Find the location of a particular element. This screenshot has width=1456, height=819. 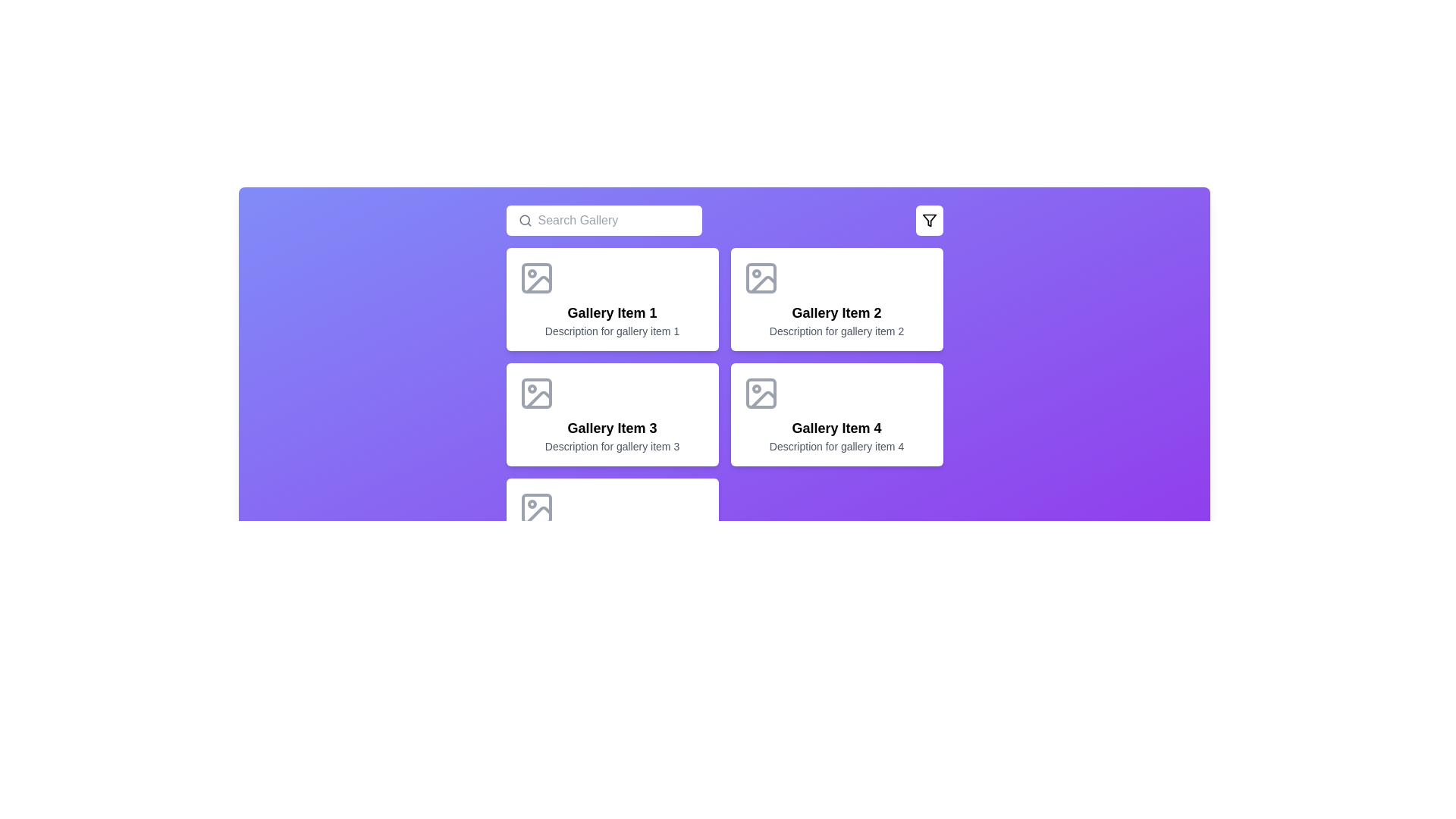

descriptive text label for 'Gallery Item 4' located in the bottom-right card of the gallery items is located at coordinates (836, 446).